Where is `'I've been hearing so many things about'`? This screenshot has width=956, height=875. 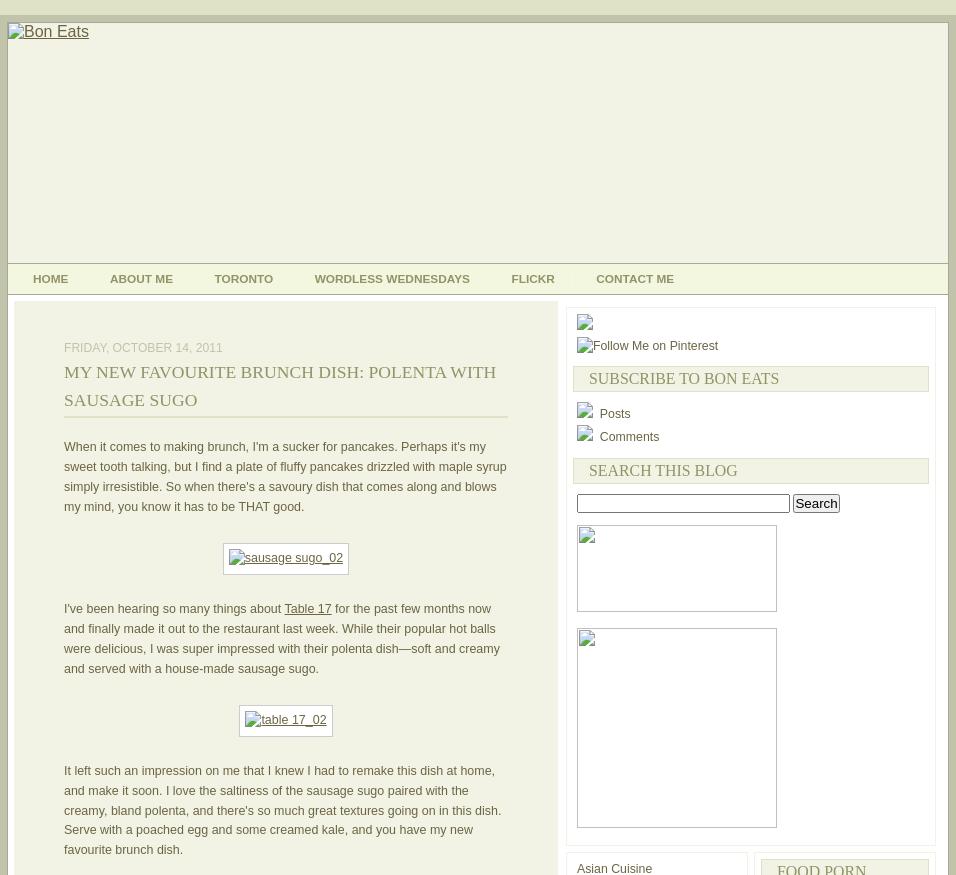
'I've been hearing so many things about' is located at coordinates (173, 608).